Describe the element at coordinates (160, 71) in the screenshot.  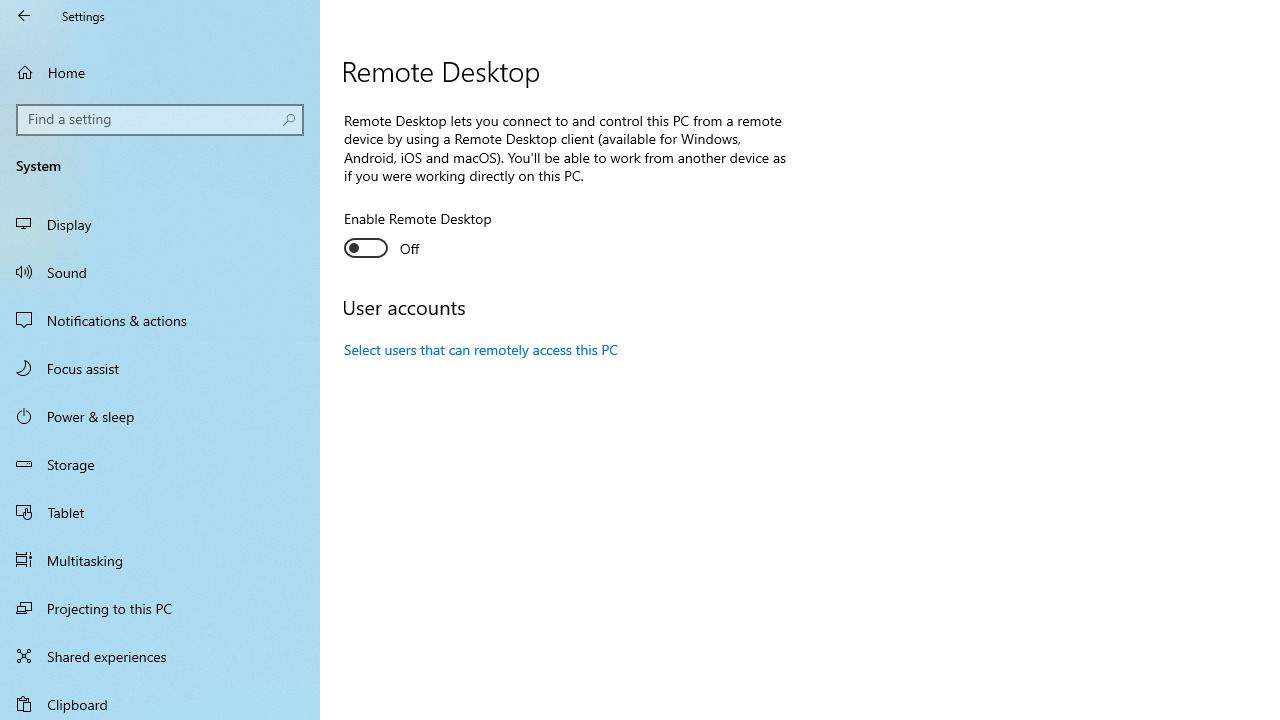
I see `'Home'` at that location.